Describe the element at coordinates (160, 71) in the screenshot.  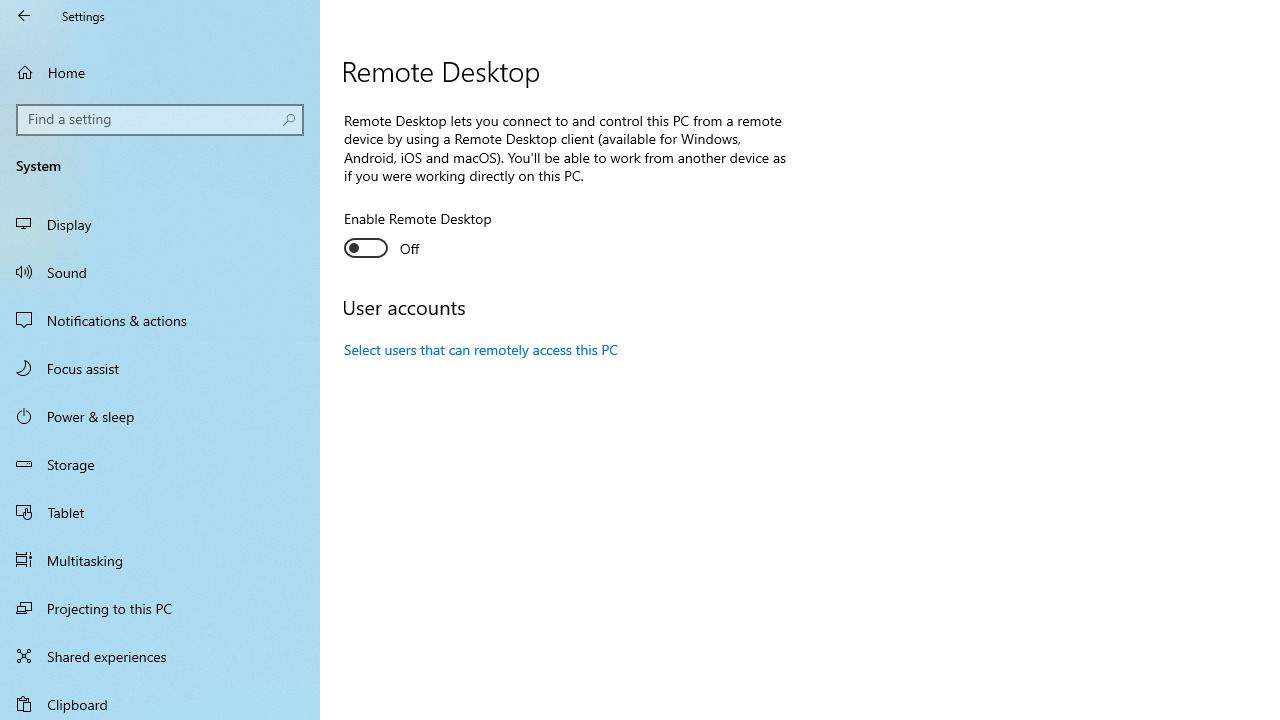
I see `'Home'` at that location.